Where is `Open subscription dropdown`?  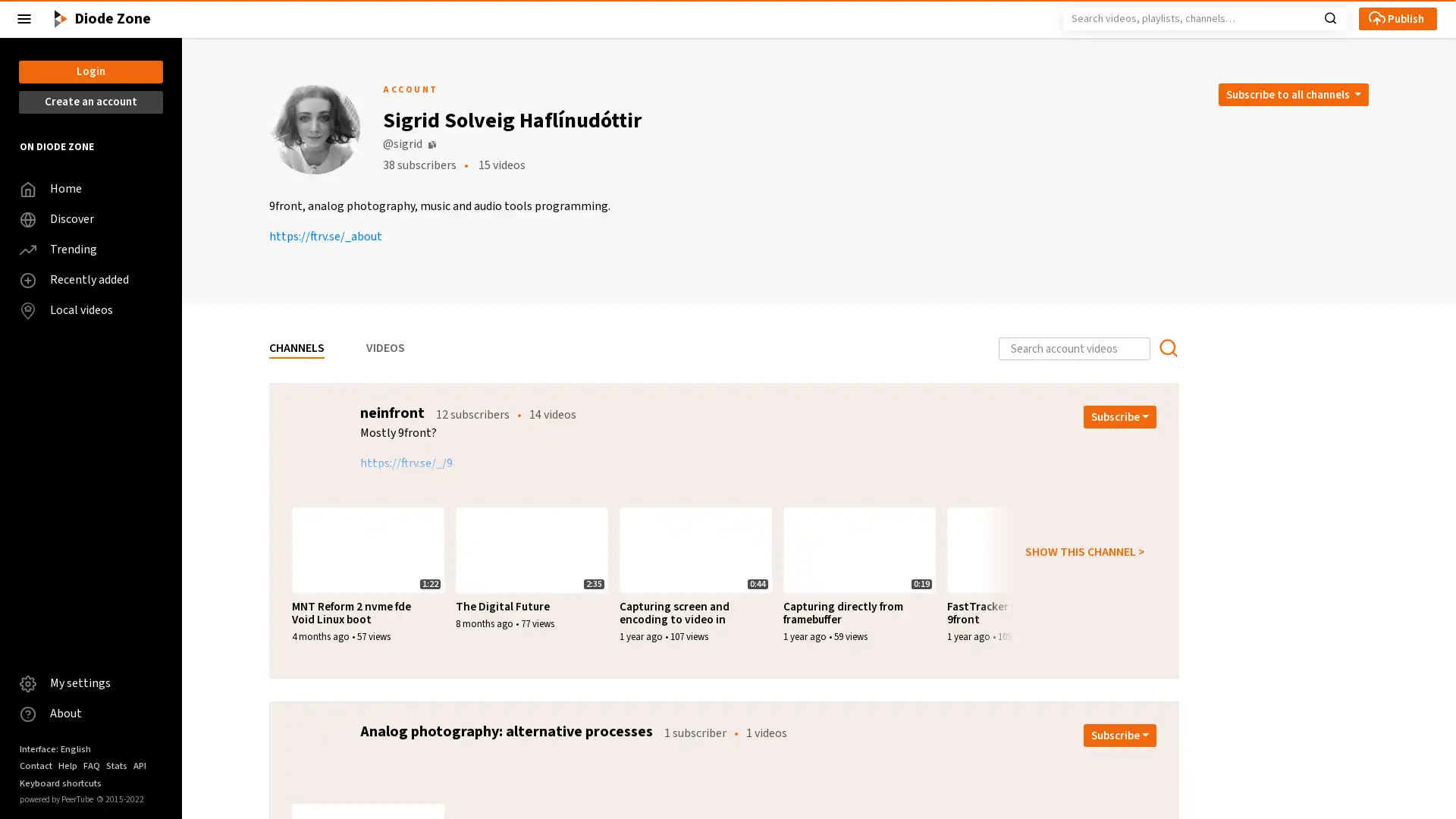 Open subscription dropdown is located at coordinates (1120, 734).